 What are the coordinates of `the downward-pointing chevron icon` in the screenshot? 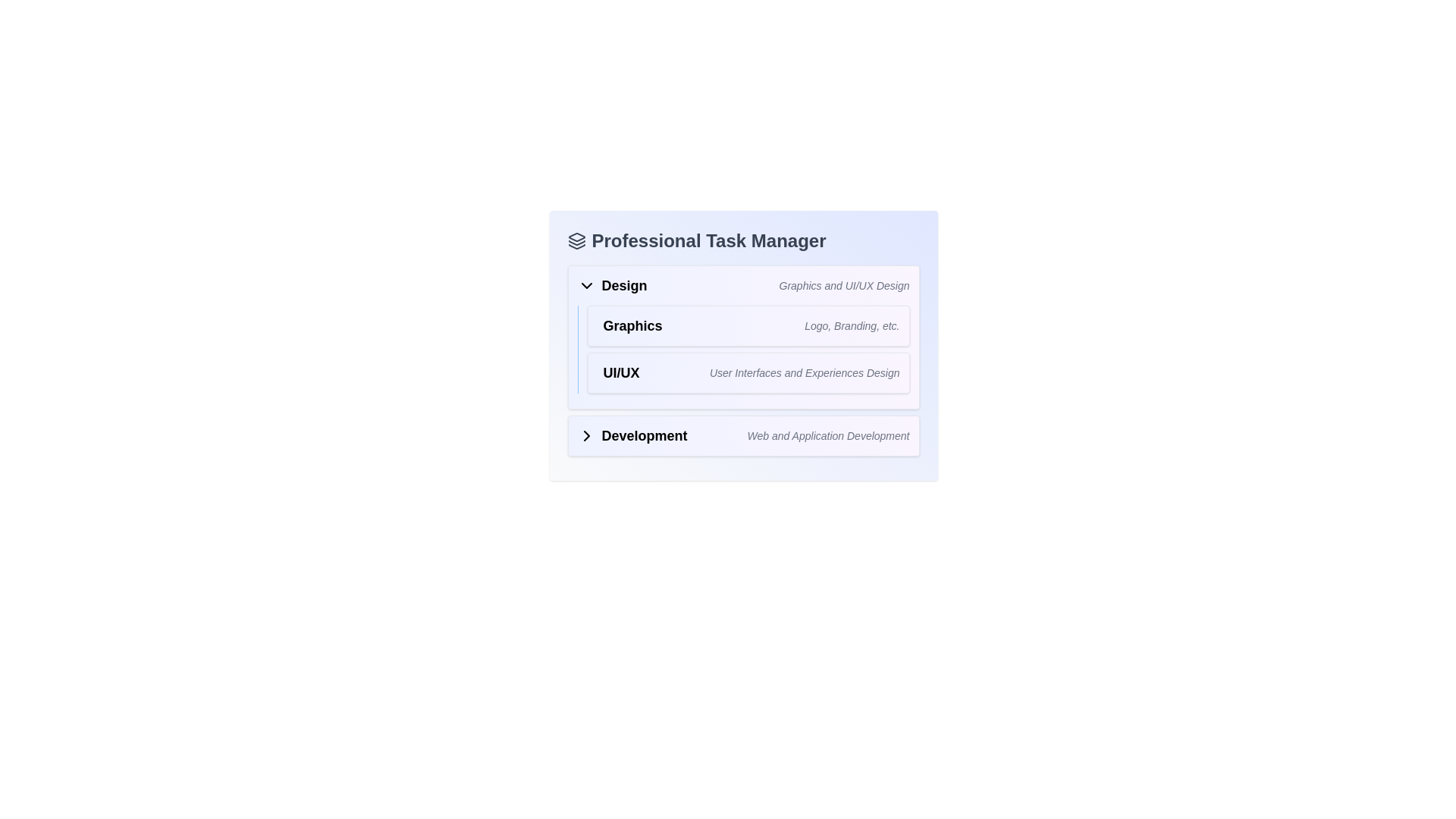 It's located at (585, 286).